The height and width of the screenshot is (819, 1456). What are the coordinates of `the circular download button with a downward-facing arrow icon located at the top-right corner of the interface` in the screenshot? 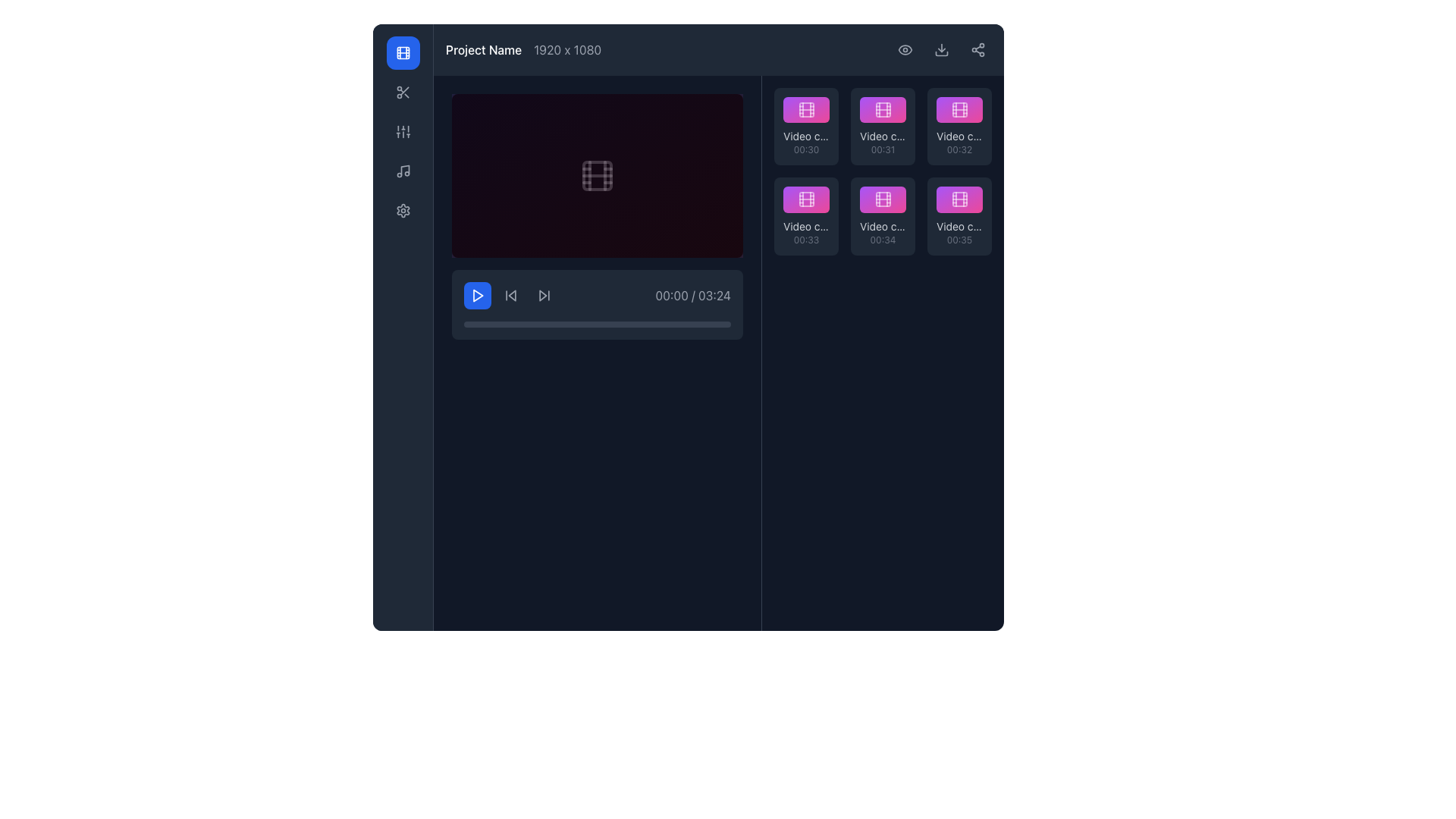 It's located at (941, 49).